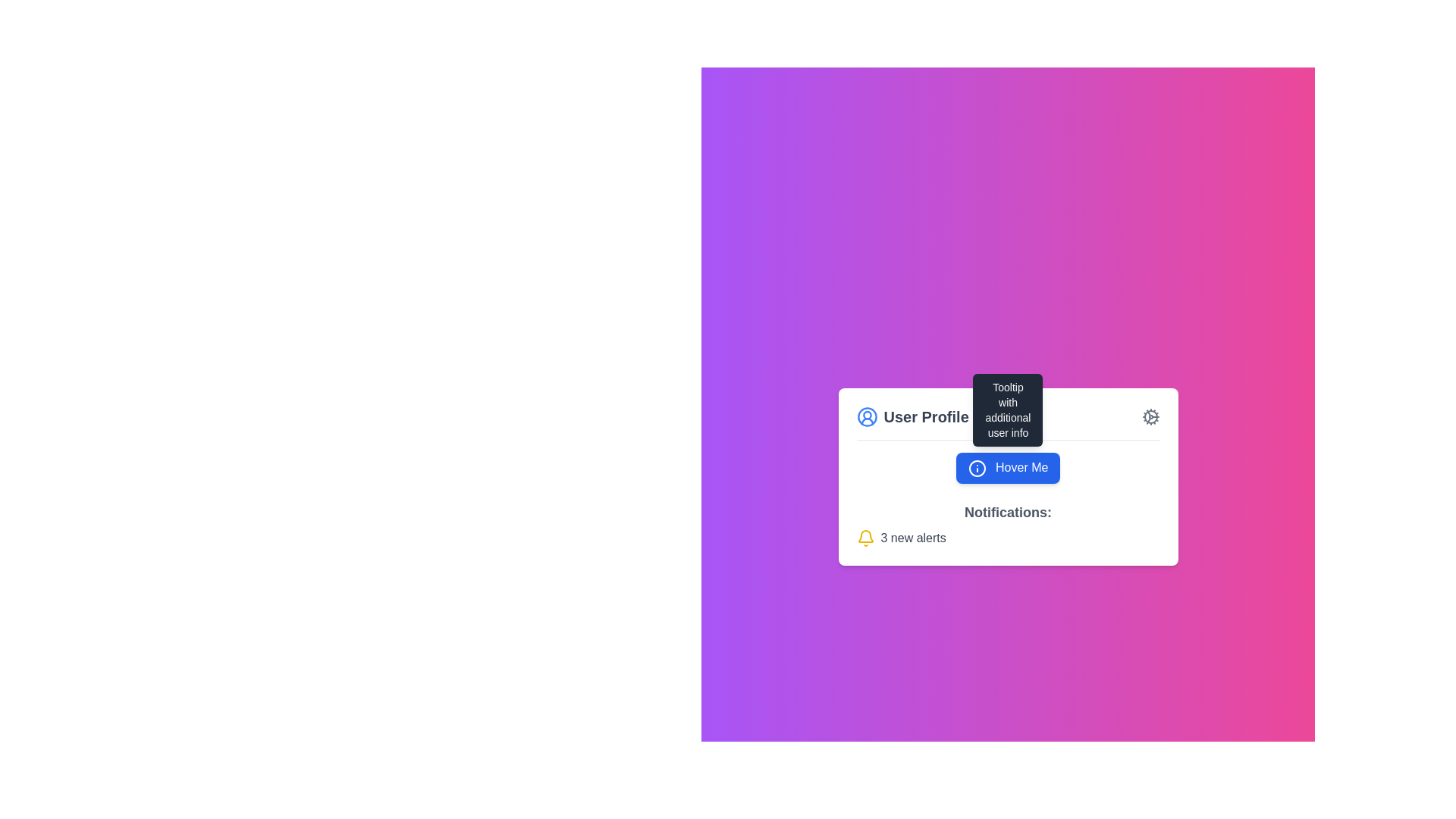 This screenshot has height=819, width=1456. I want to click on the Notification Icon that signifies new alerts, located next to the '3 new alerts' text in the notification area, so click(865, 537).